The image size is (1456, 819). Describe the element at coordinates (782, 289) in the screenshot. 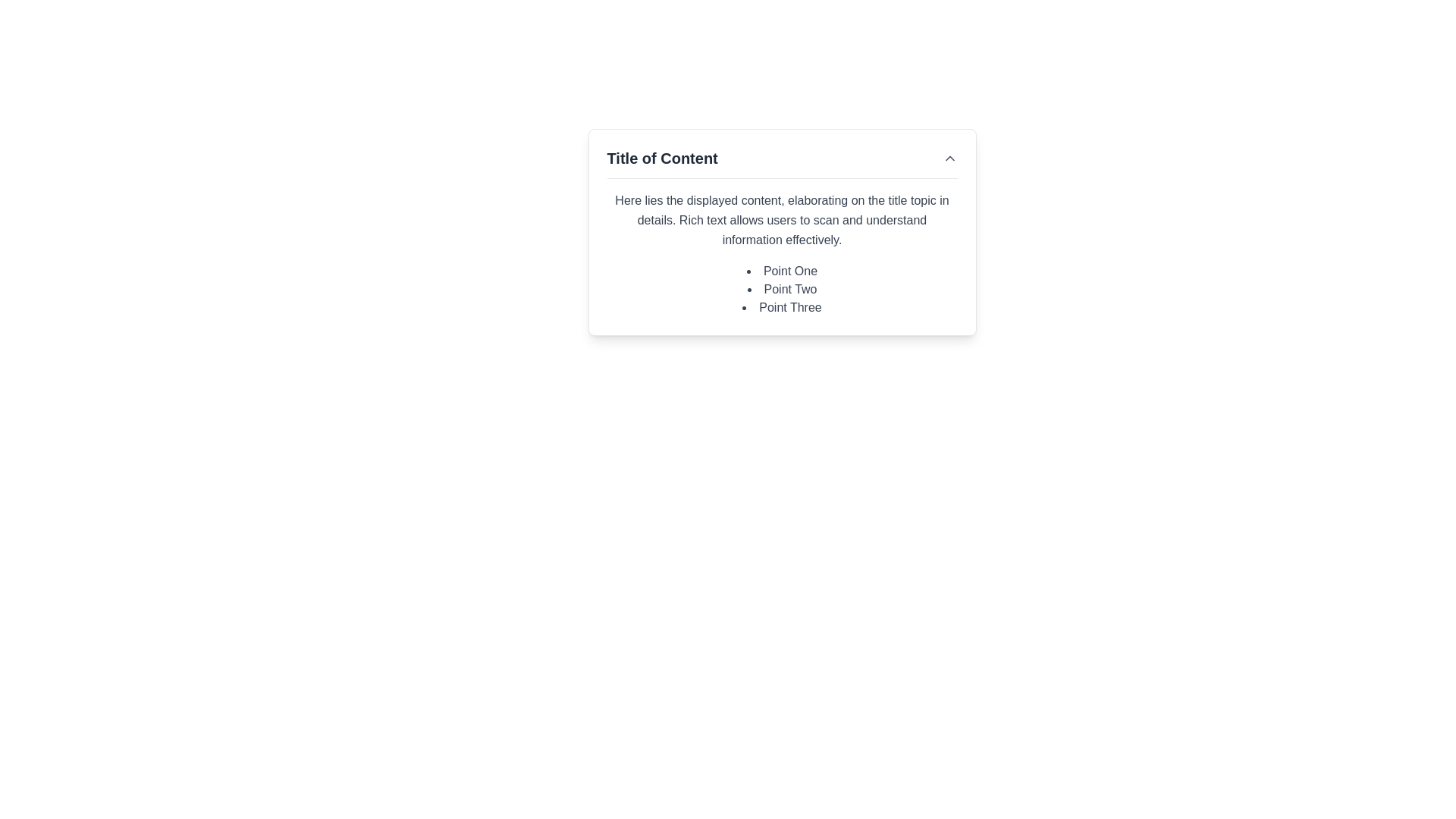

I see `content displayed in the Text Display Item labeled 'Point Two', which is the second item in a vertically aligned list` at that location.